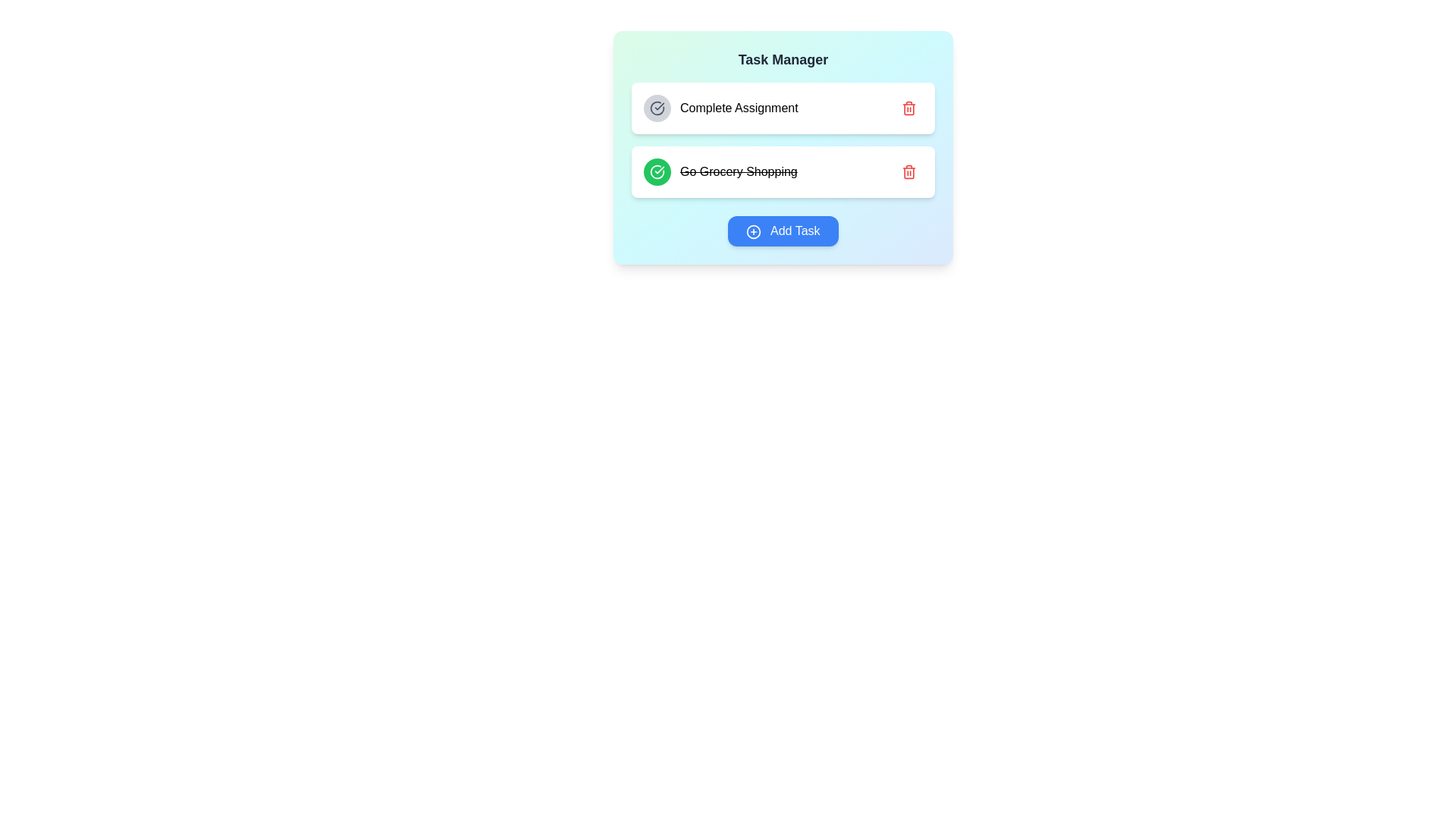 The image size is (1456, 819). Describe the element at coordinates (783, 231) in the screenshot. I see `the 'Add Task' button located at the bottom of the 'Task Manager' panel` at that location.